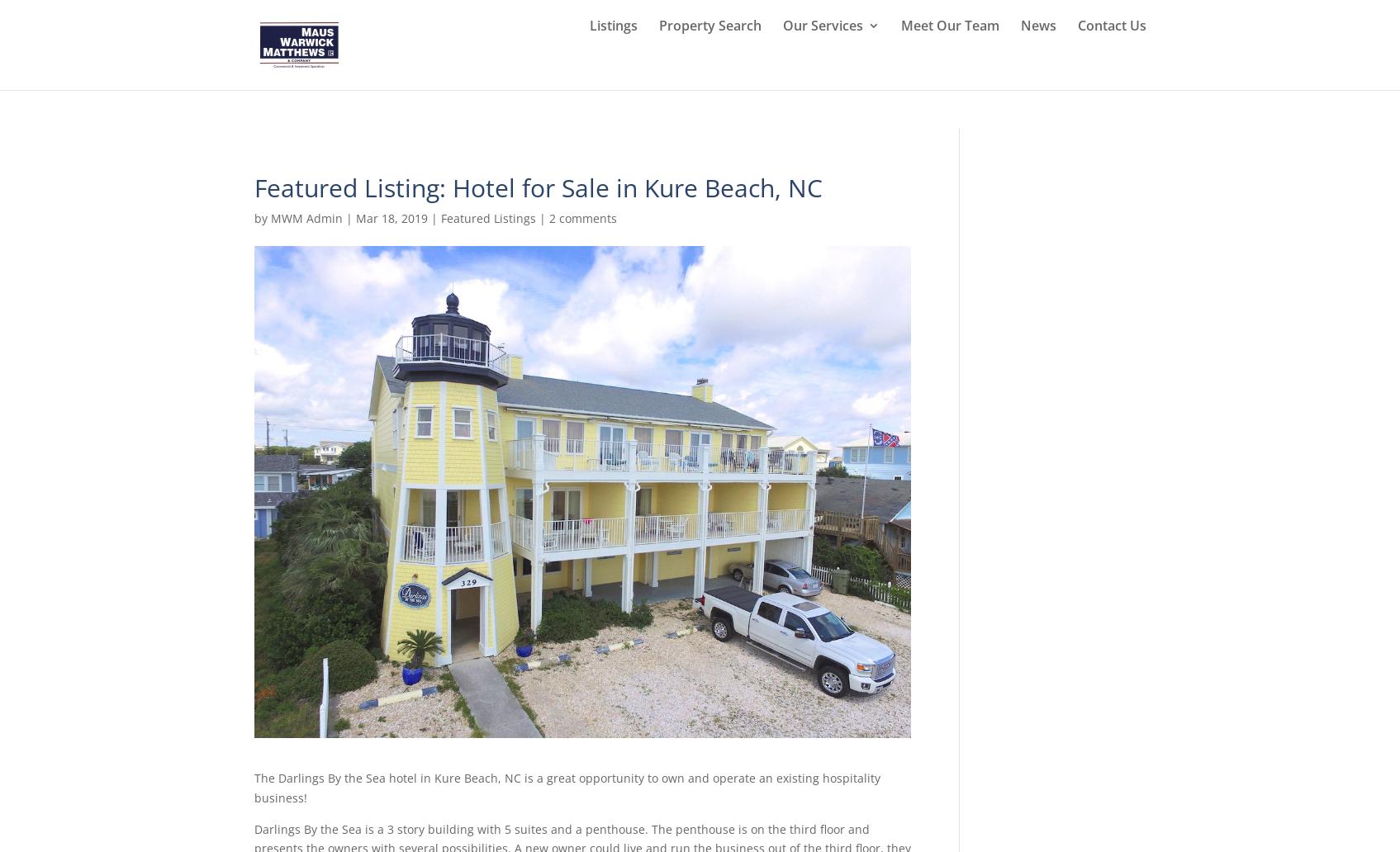 This screenshot has height=852, width=1400. What do you see at coordinates (269, 218) in the screenshot?
I see `'MWM Admin'` at bounding box center [269, 218].